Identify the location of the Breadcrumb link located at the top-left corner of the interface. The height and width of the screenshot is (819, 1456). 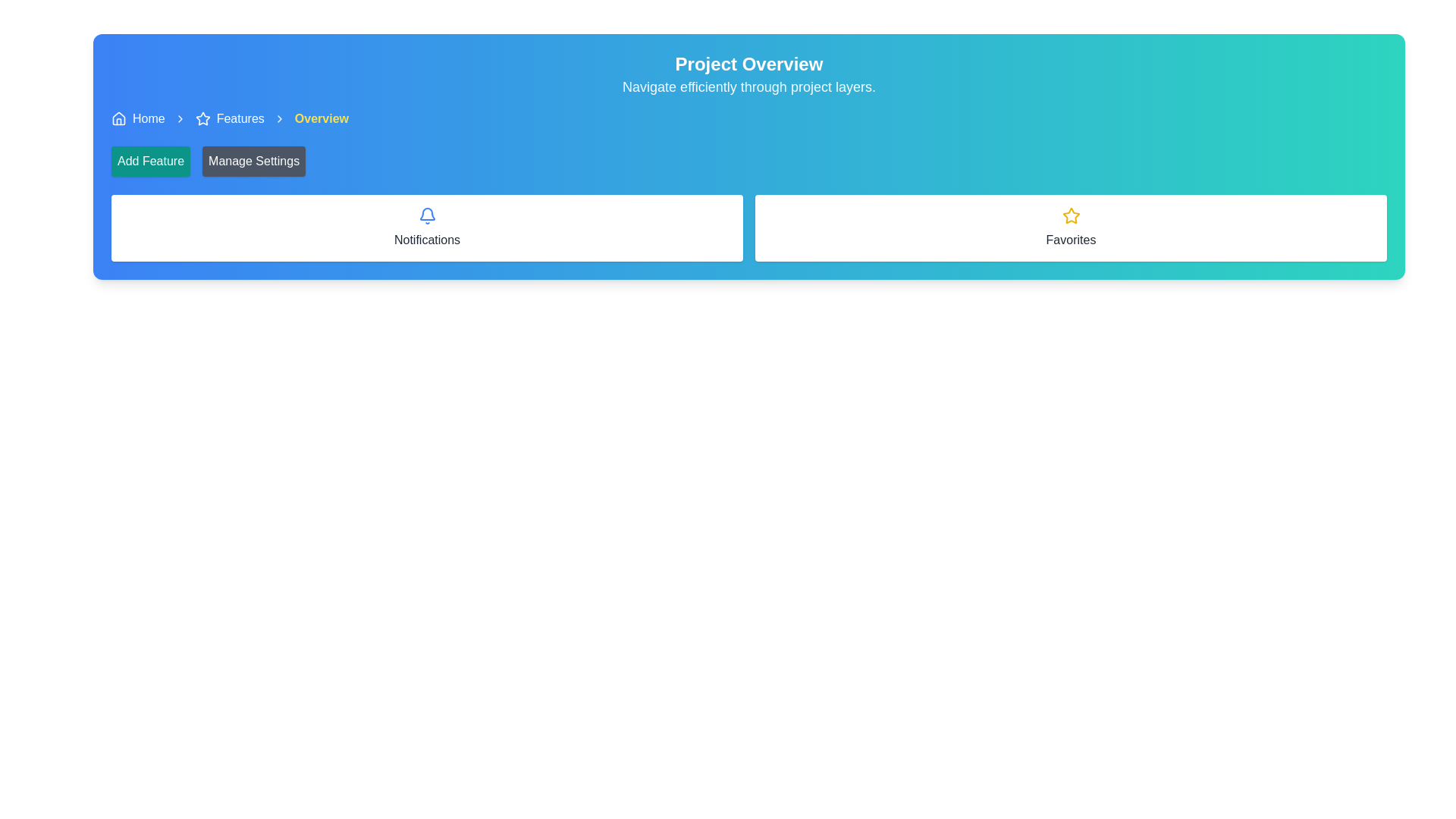
(138, 118).